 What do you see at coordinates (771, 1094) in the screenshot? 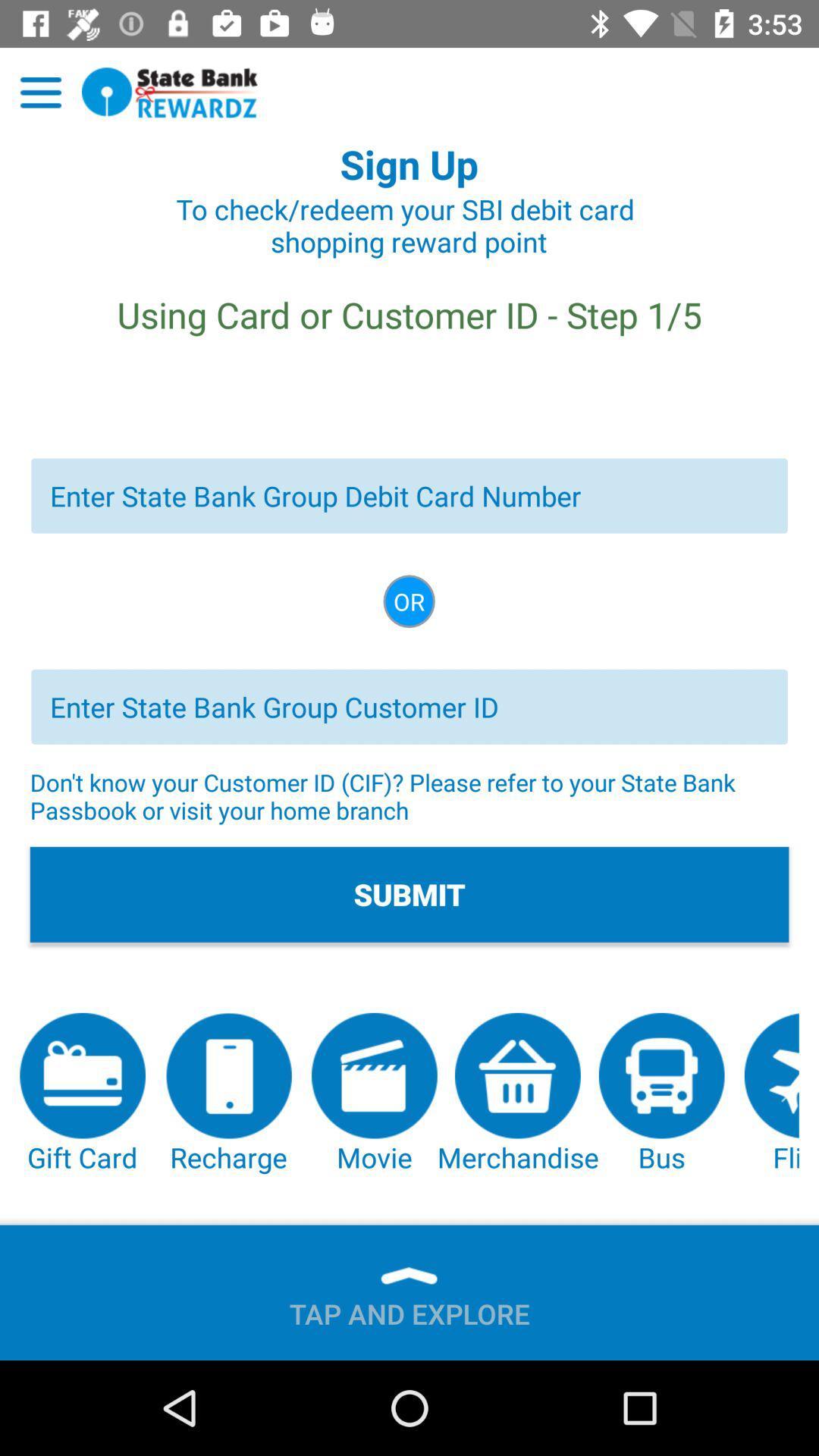
I see `item below the submit button` at bounding box center [771, 1094].